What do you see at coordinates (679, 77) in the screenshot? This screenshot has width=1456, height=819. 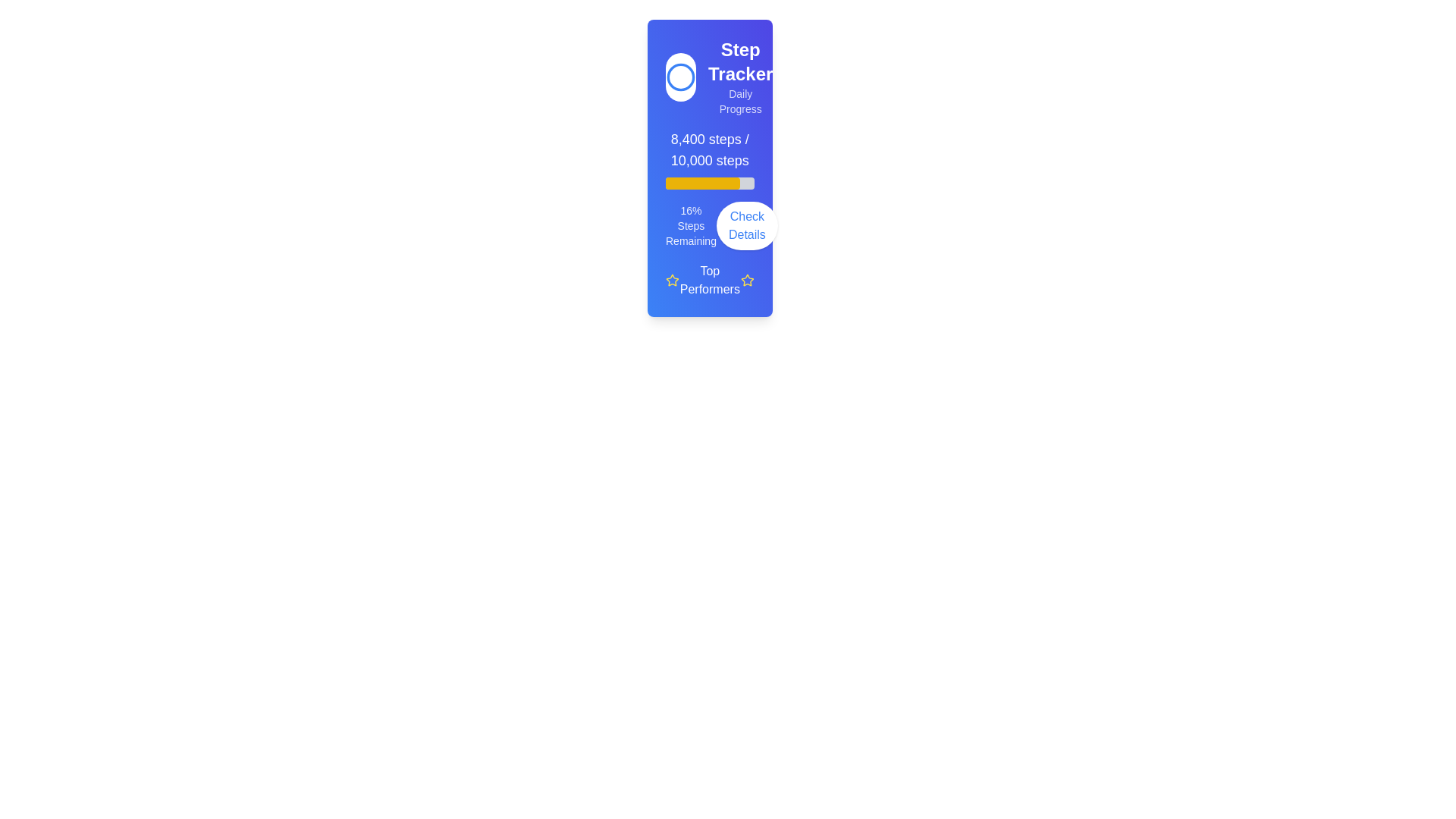 I see `the circular vector graphic with a blue border and hollow center, located at the top-center of the Step Tracker card` at bounding box center [679, 77].